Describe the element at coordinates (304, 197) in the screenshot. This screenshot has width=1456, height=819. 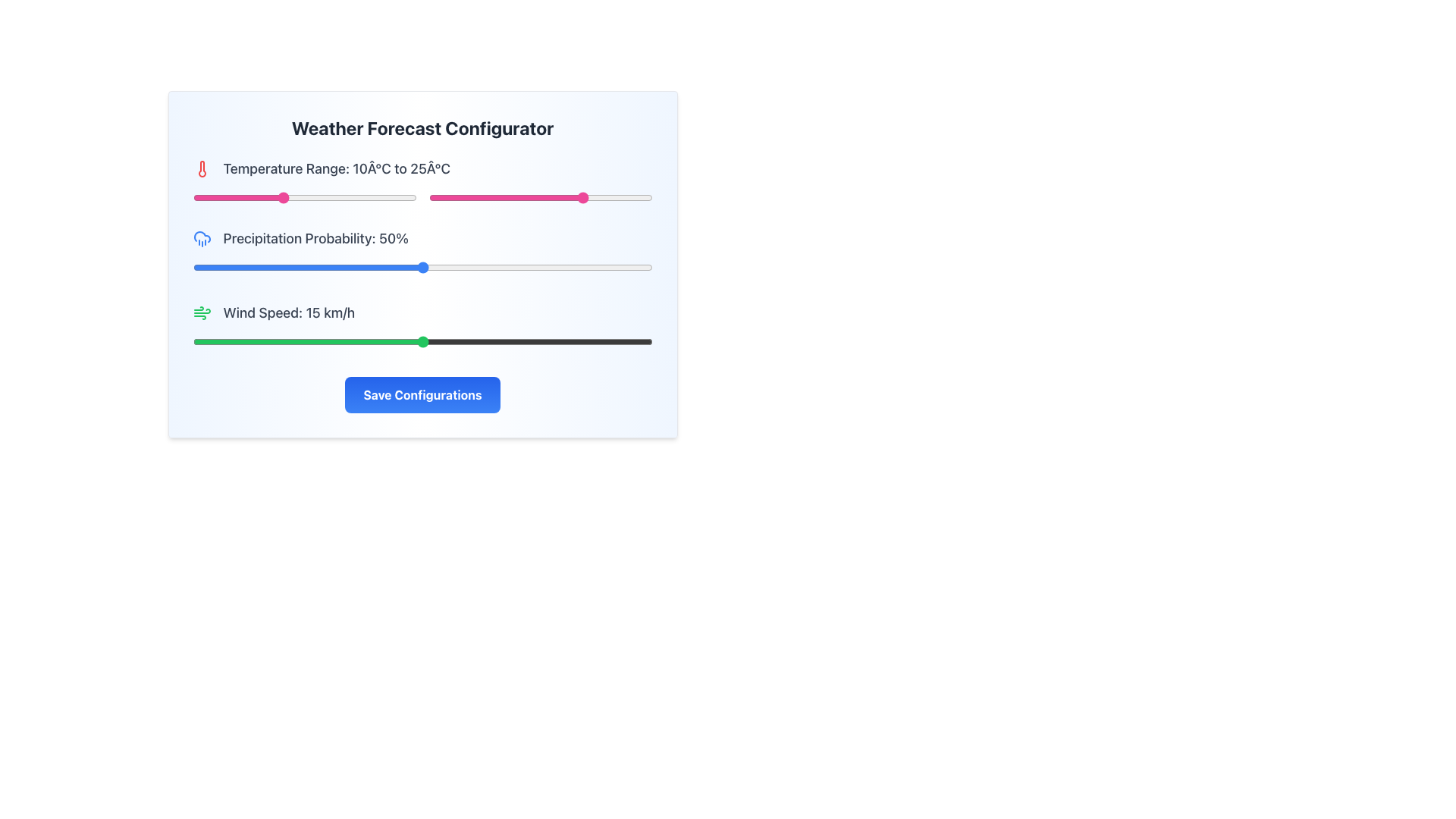
I see `to reposition the thumb control of the first input range slider located under the label 'Temperature Range: 10°C to 25°C'` at that location.